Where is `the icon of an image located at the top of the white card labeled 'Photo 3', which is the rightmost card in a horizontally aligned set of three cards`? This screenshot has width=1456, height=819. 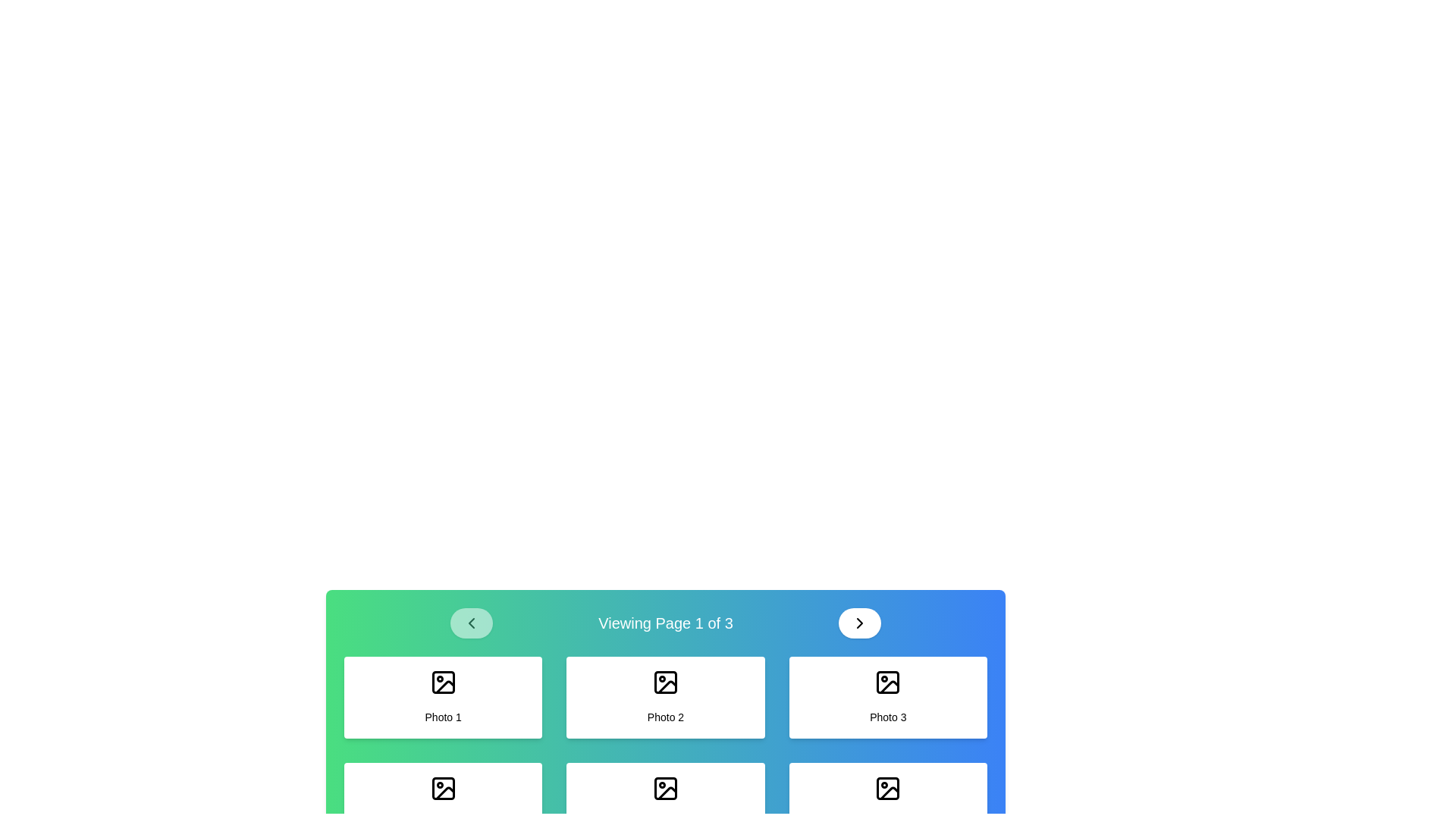
the icon of an image located at the top of the white card labeled 'Photo 3', which is the rightmost card in a horizontally aligned set of three cards is located at coordinates (888, 681).